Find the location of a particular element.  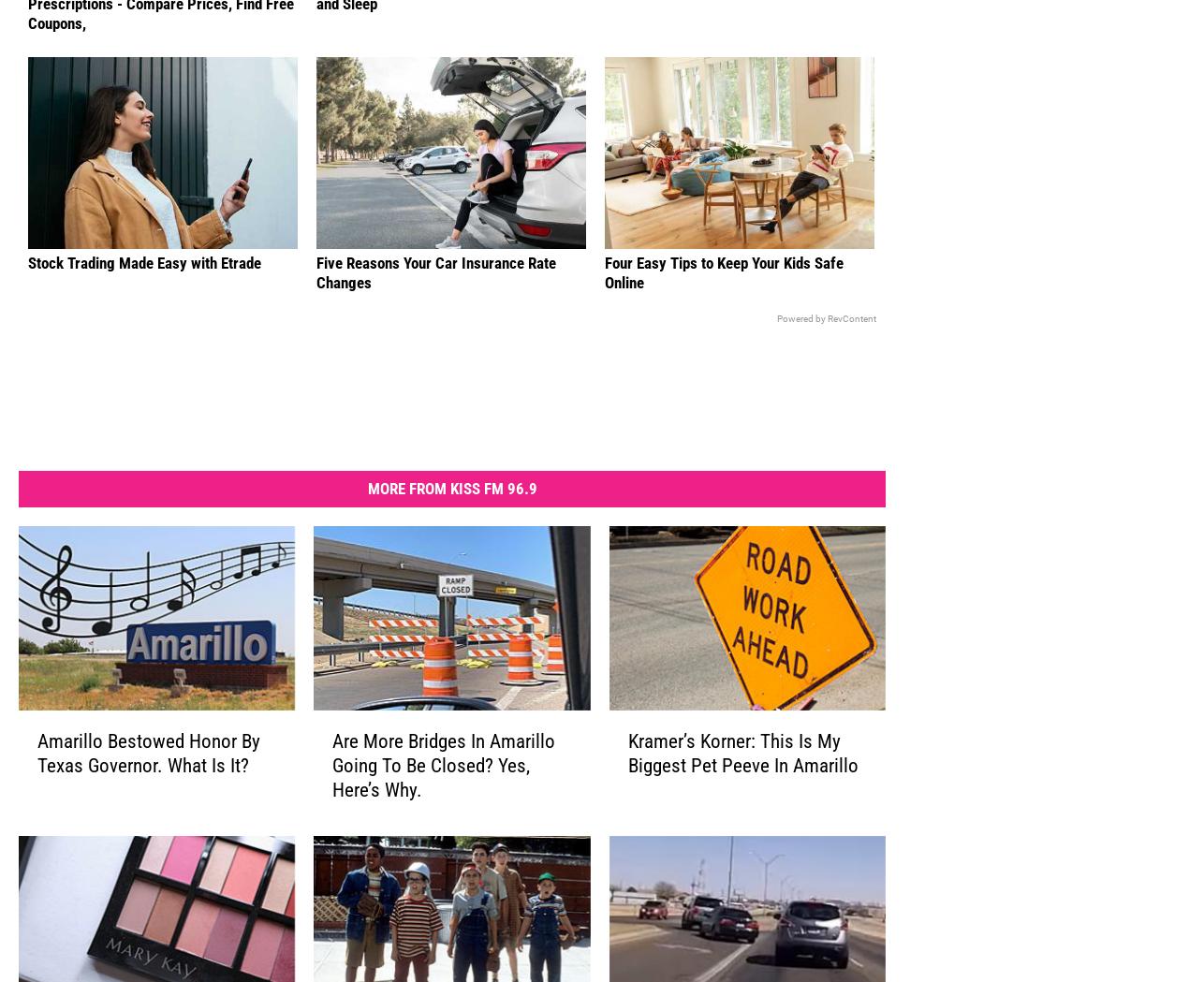

'Five Reasons Your Car Insurance Rate Changes' is located at coordinates (315, 301).